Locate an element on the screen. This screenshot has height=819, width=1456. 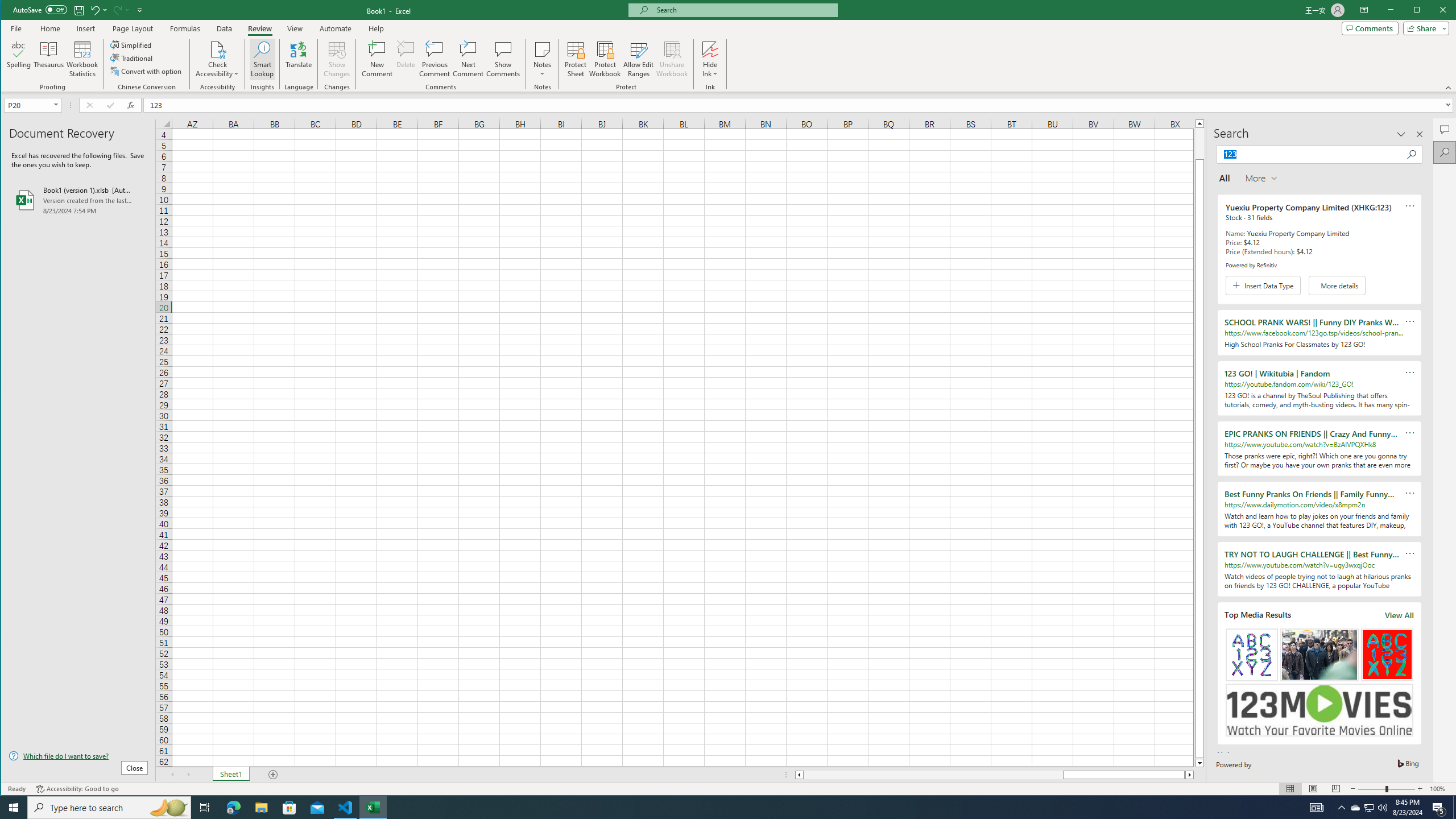
'Next Comment' is located at coordinates (468, 59).